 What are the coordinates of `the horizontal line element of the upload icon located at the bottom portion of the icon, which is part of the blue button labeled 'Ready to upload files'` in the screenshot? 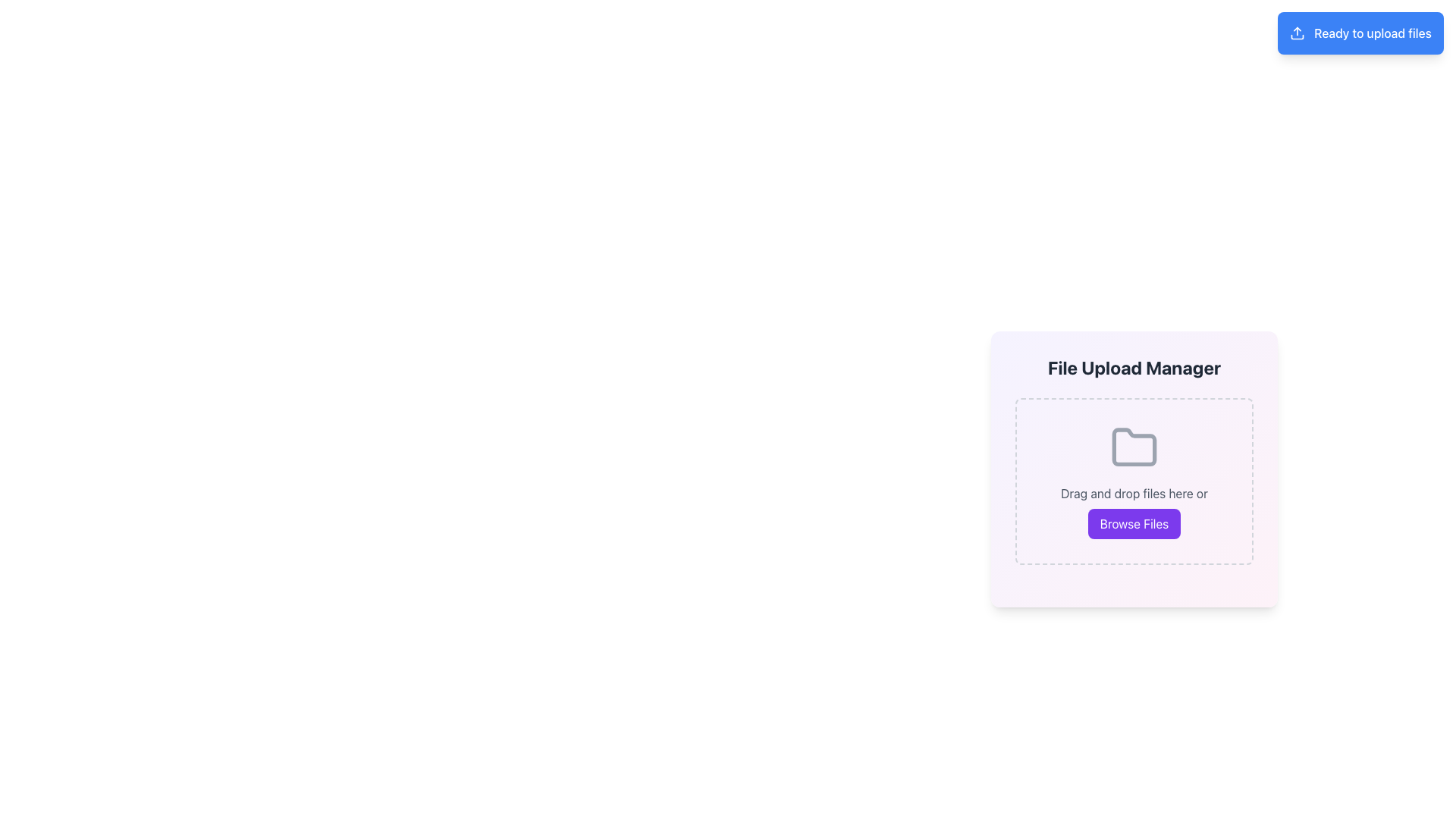 It's located at (1297, 36).